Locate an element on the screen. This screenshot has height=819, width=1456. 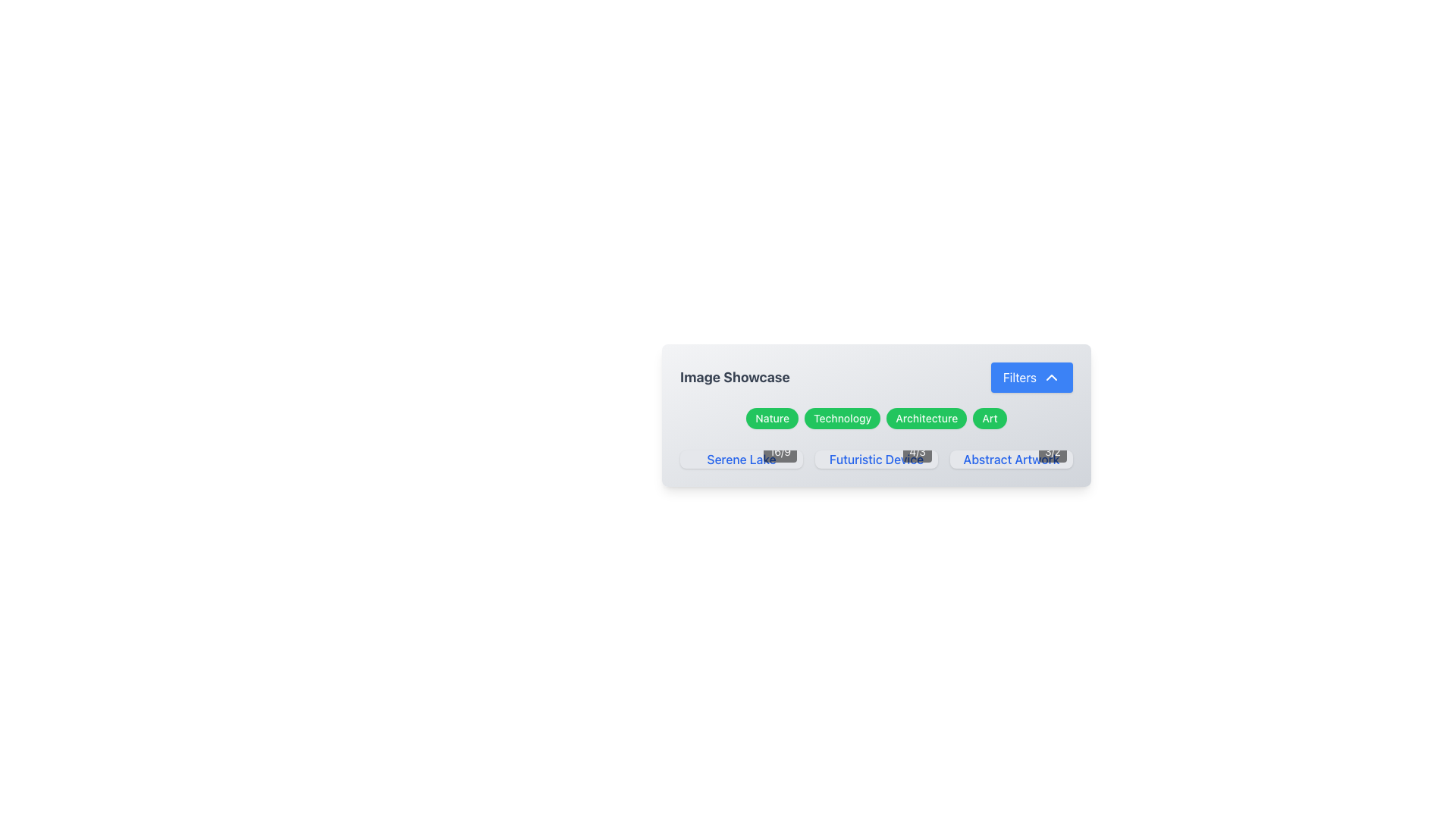
the text label displaying 'Abstract Artwork', which is styled in medium blue and is the rightmost item in a horizontal layout of selectable options, located in the bottom-right section of the interface is located at coordinates (1012, 458).